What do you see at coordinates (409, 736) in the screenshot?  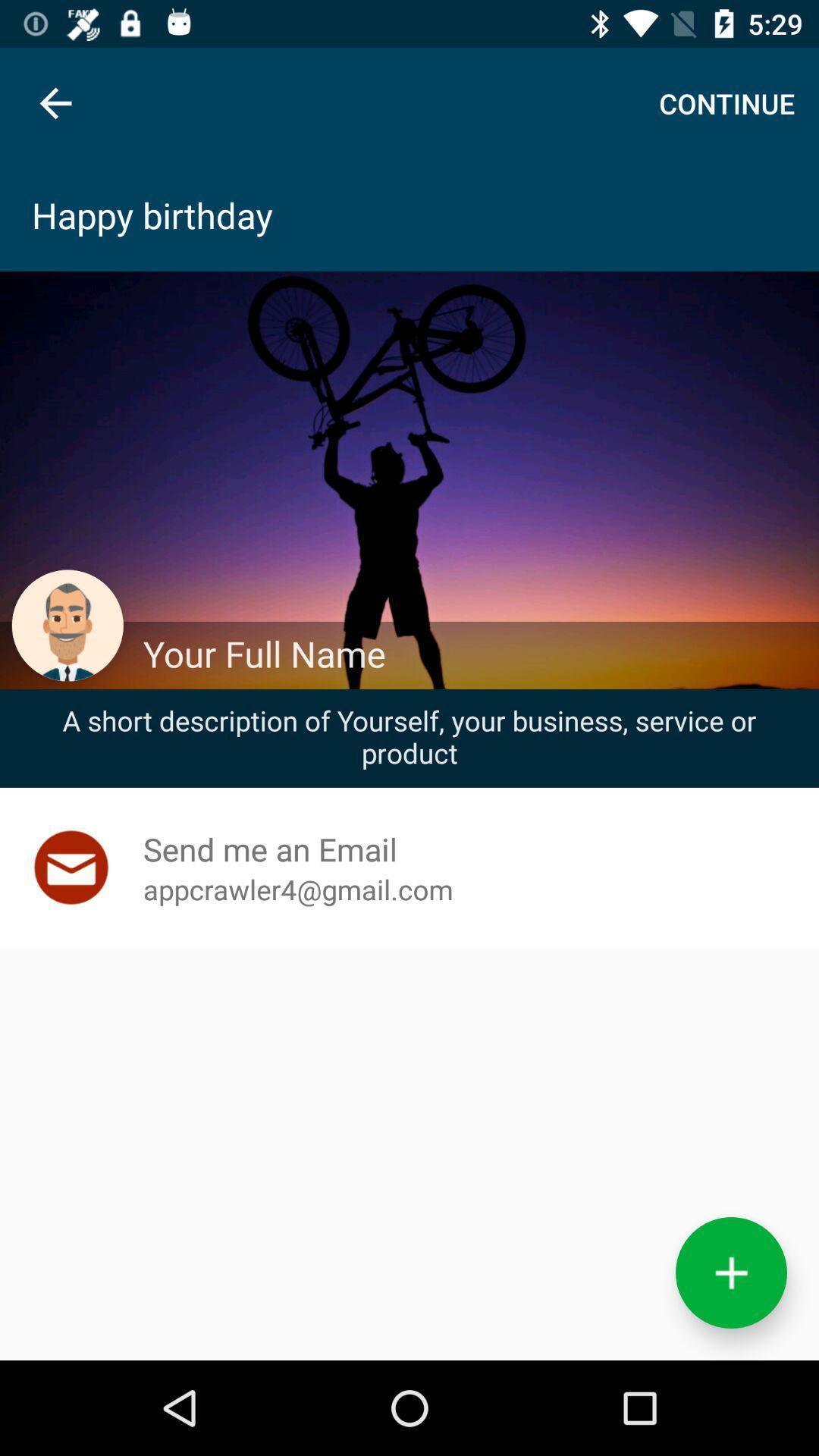 I see `the item above the send me an icon` at bounding box center [409, 736].